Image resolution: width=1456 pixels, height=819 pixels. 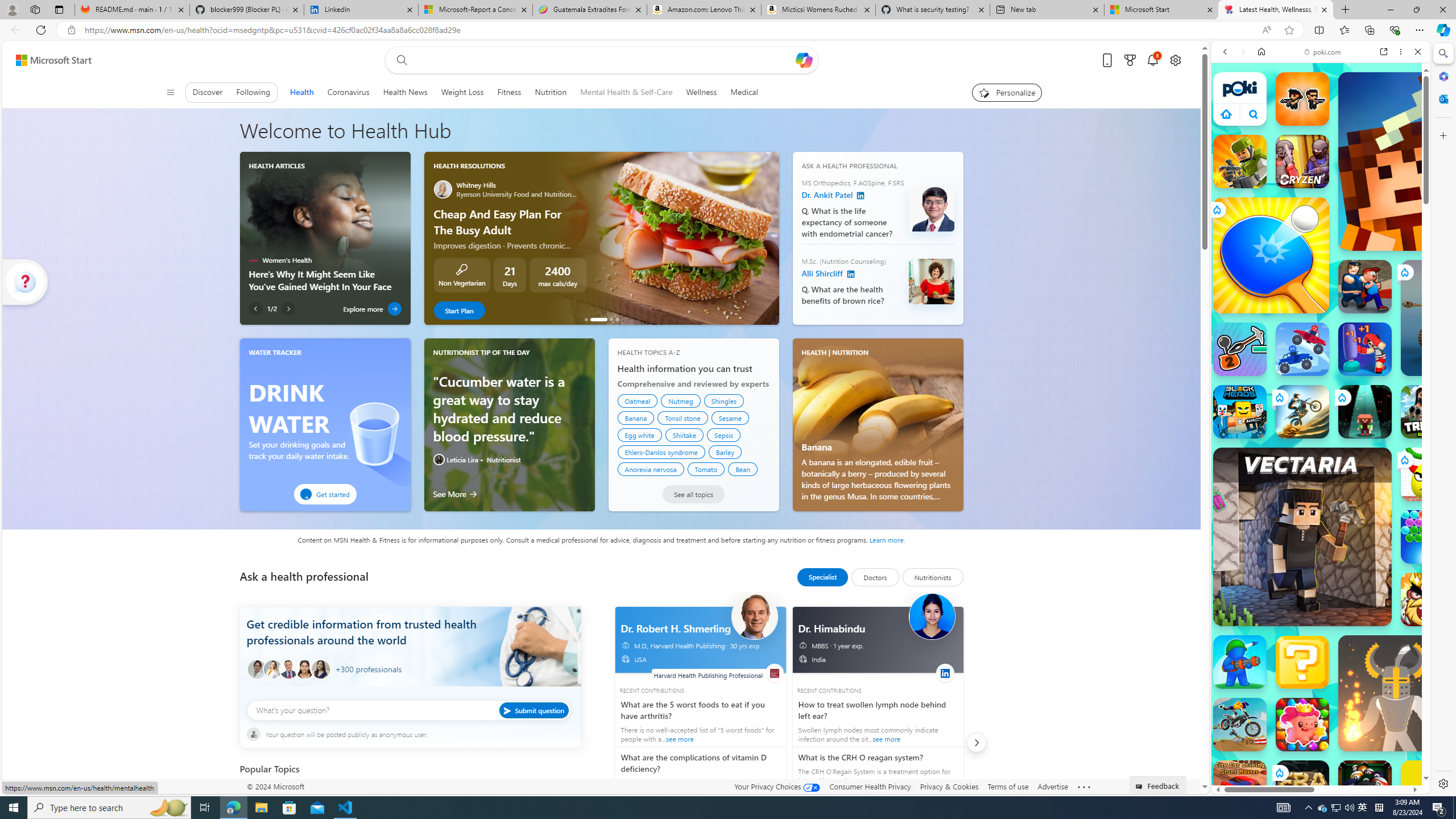 I want to click on 'Medical', so click(x=744, y=92).